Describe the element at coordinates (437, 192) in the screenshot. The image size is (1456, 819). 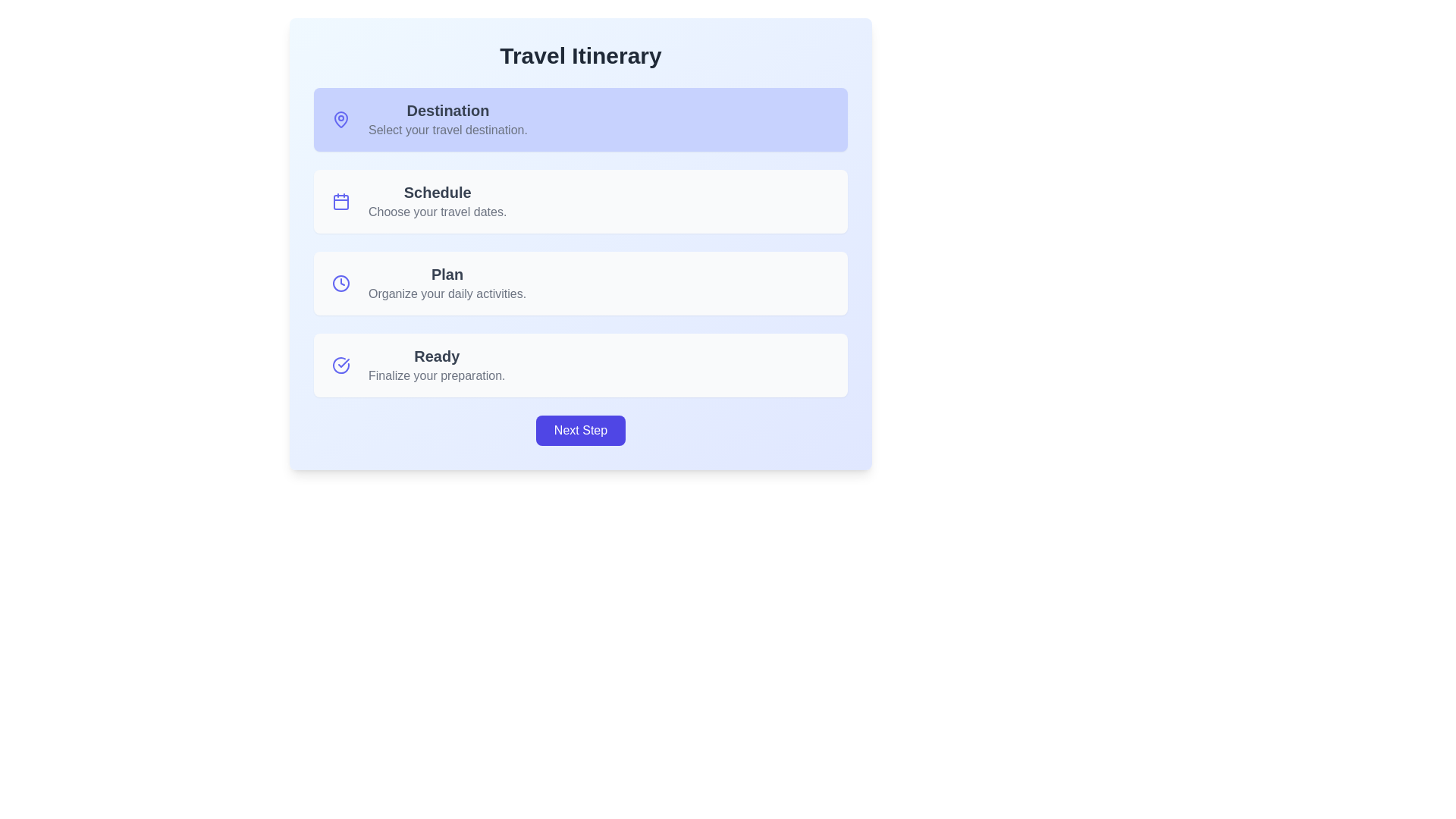
I see `the text label that indicates the scheduling options for travel dates, located in the second card between the 'Destination' and 'Plan' sections` at that location.